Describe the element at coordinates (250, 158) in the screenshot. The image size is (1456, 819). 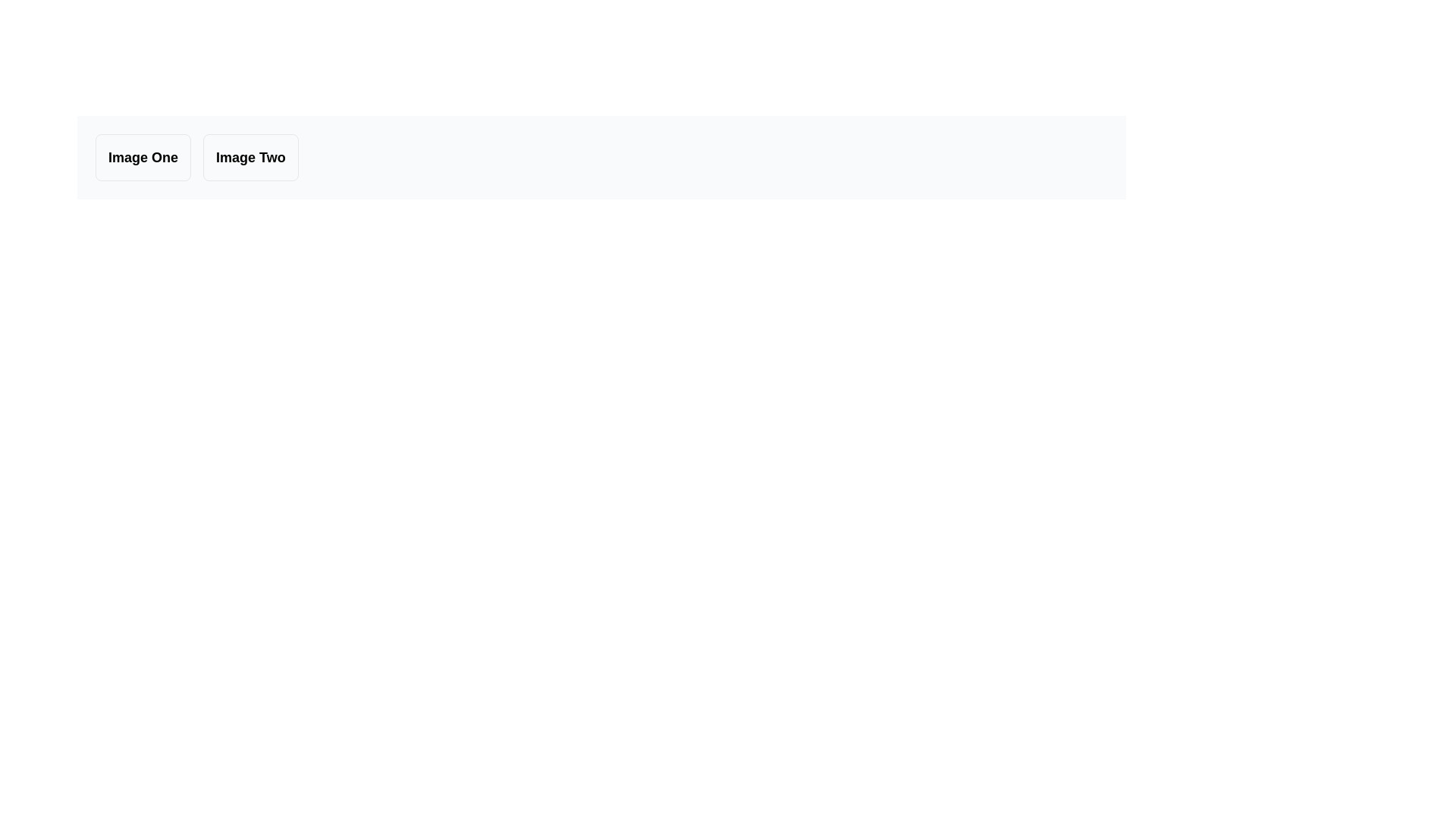
I see `the Text Label containing the text 'Image Two', which is styled with a bold font and is located within the second card of horizontally aligned cards` at that location.